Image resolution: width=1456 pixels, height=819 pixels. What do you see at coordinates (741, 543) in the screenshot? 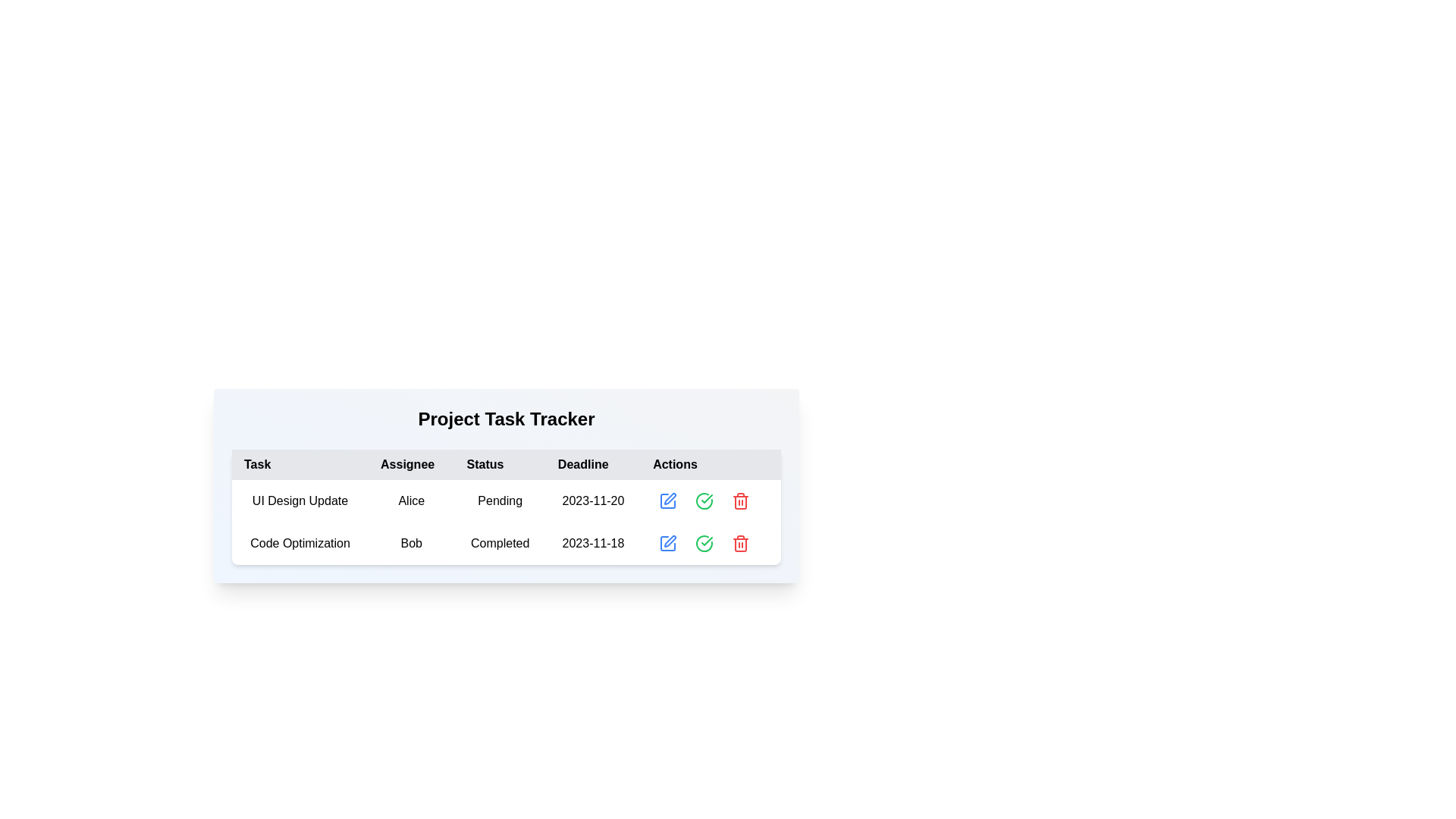
I see `the deletion icon located in the 'Actions' column of the second row of the table` at bounding box center [741, 543].